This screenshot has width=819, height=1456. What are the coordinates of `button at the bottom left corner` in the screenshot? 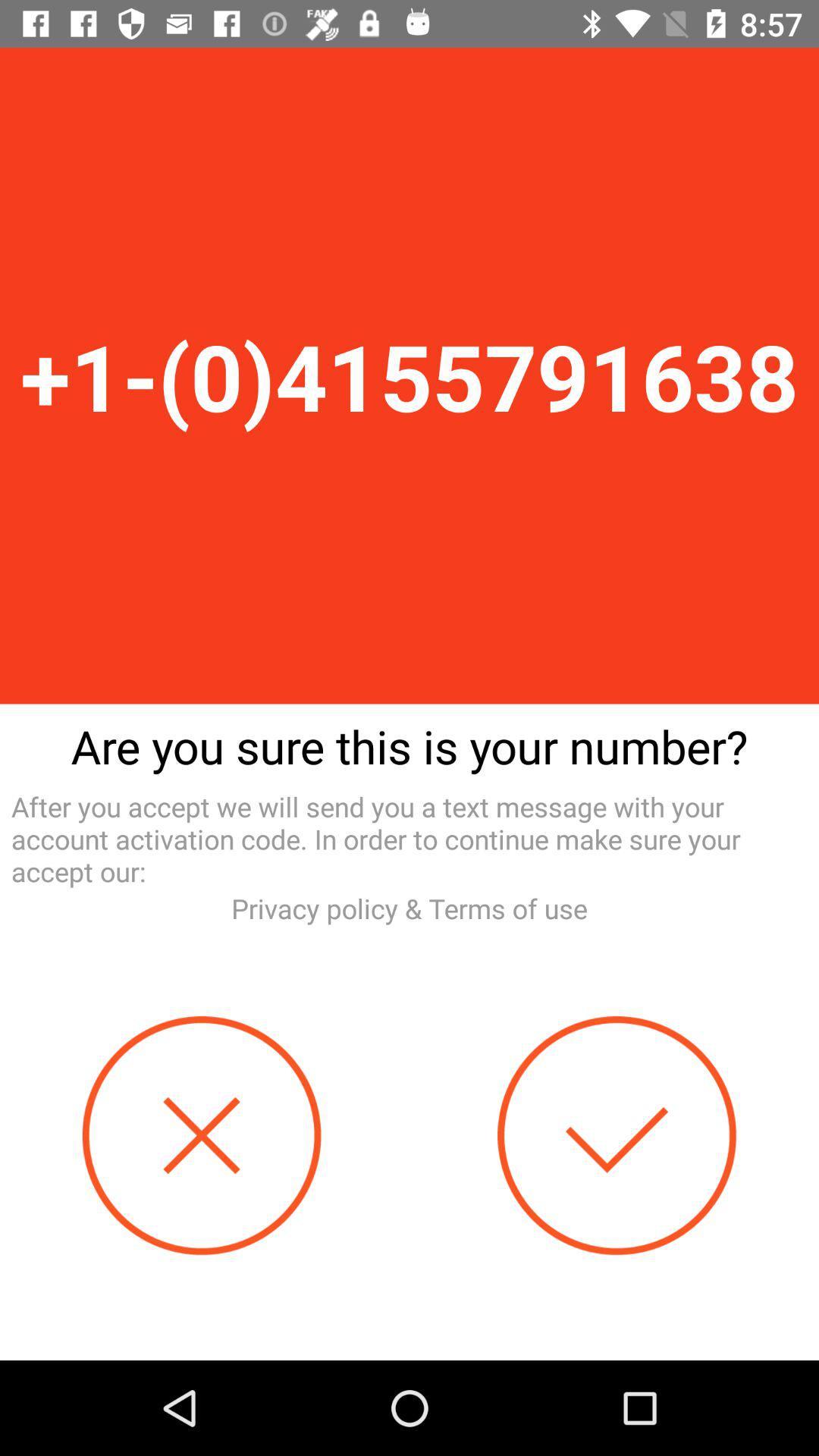 It's located at (201, 1135).